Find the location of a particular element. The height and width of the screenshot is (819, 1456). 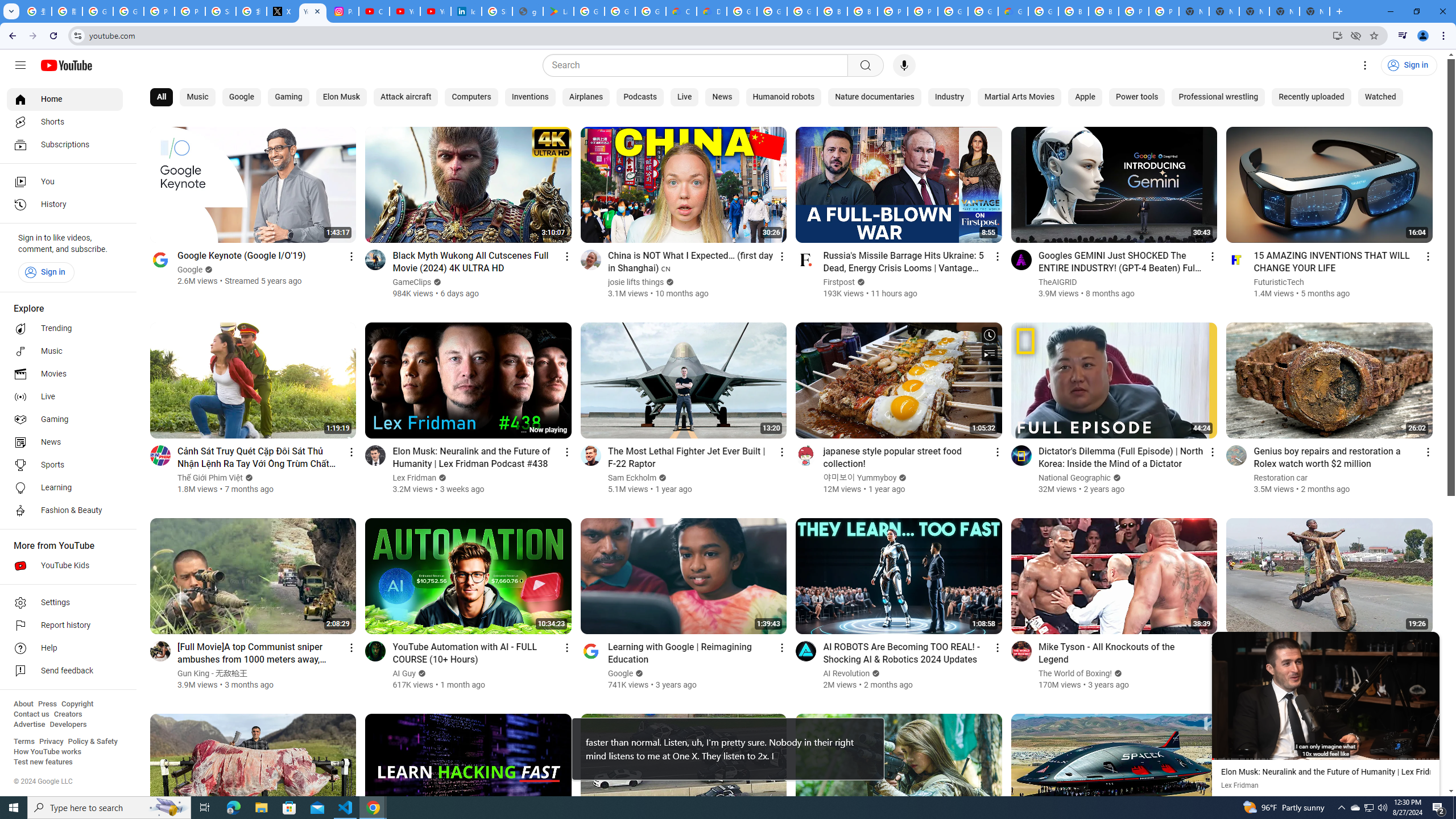

'X' is located at coordinates (282, 11).